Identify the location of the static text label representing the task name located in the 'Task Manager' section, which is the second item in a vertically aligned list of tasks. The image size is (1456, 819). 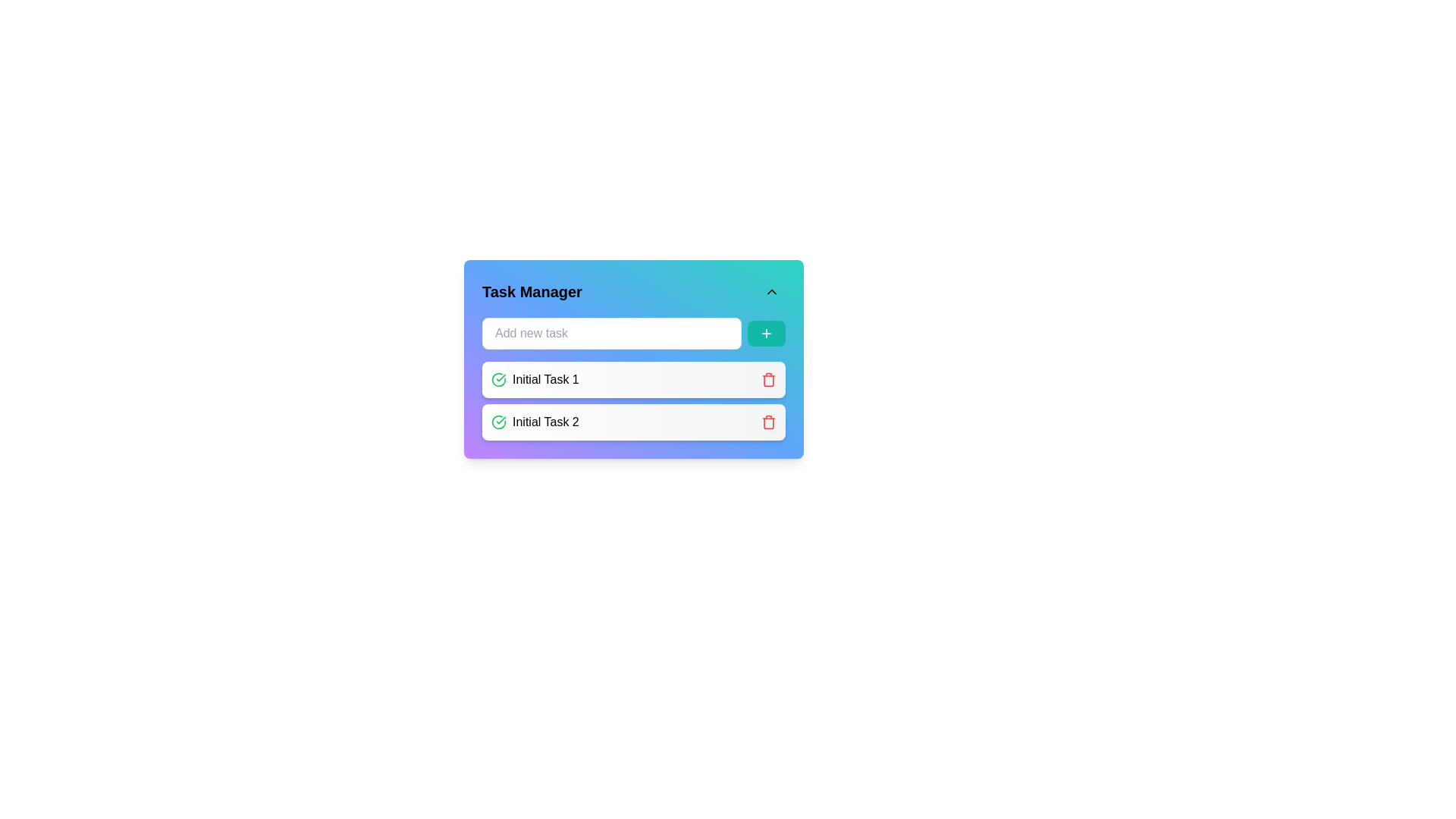
(545, 422).